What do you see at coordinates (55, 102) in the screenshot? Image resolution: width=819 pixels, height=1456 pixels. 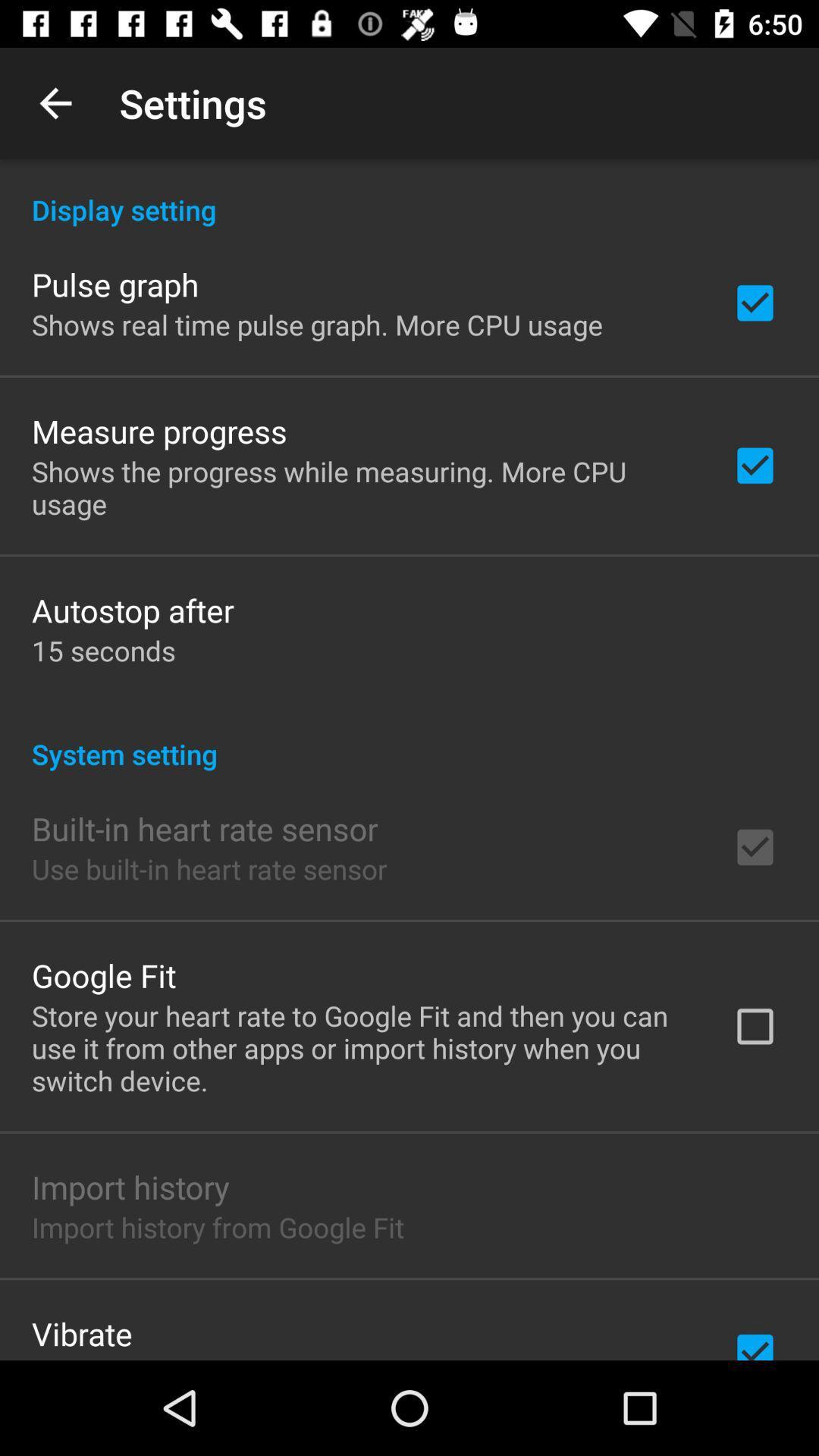 I see `the item above the display setting icon` at bounding box center [55, 102].